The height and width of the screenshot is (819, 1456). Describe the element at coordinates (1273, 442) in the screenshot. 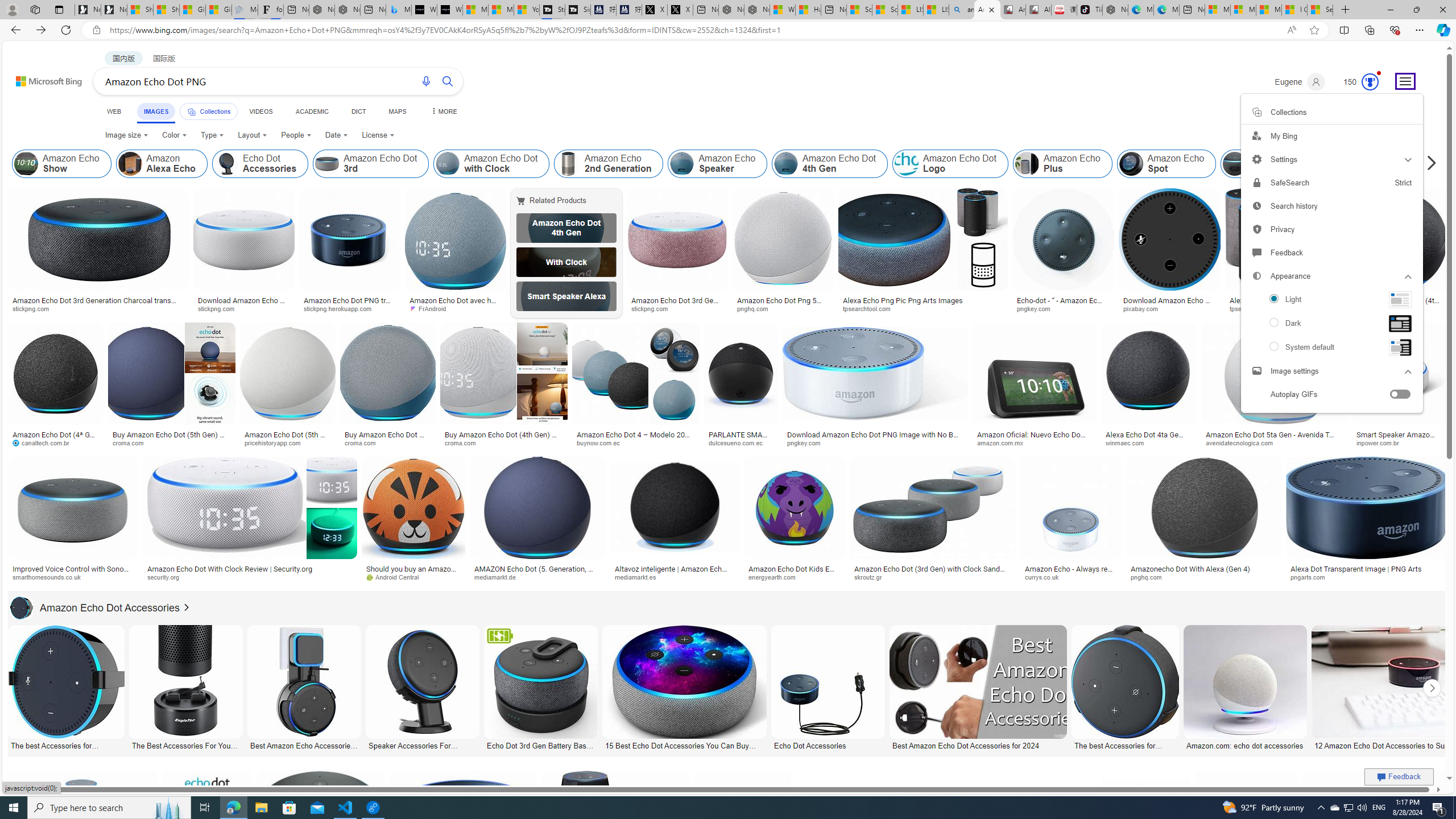

I see `'avenidatecnologica.com'` at that location.